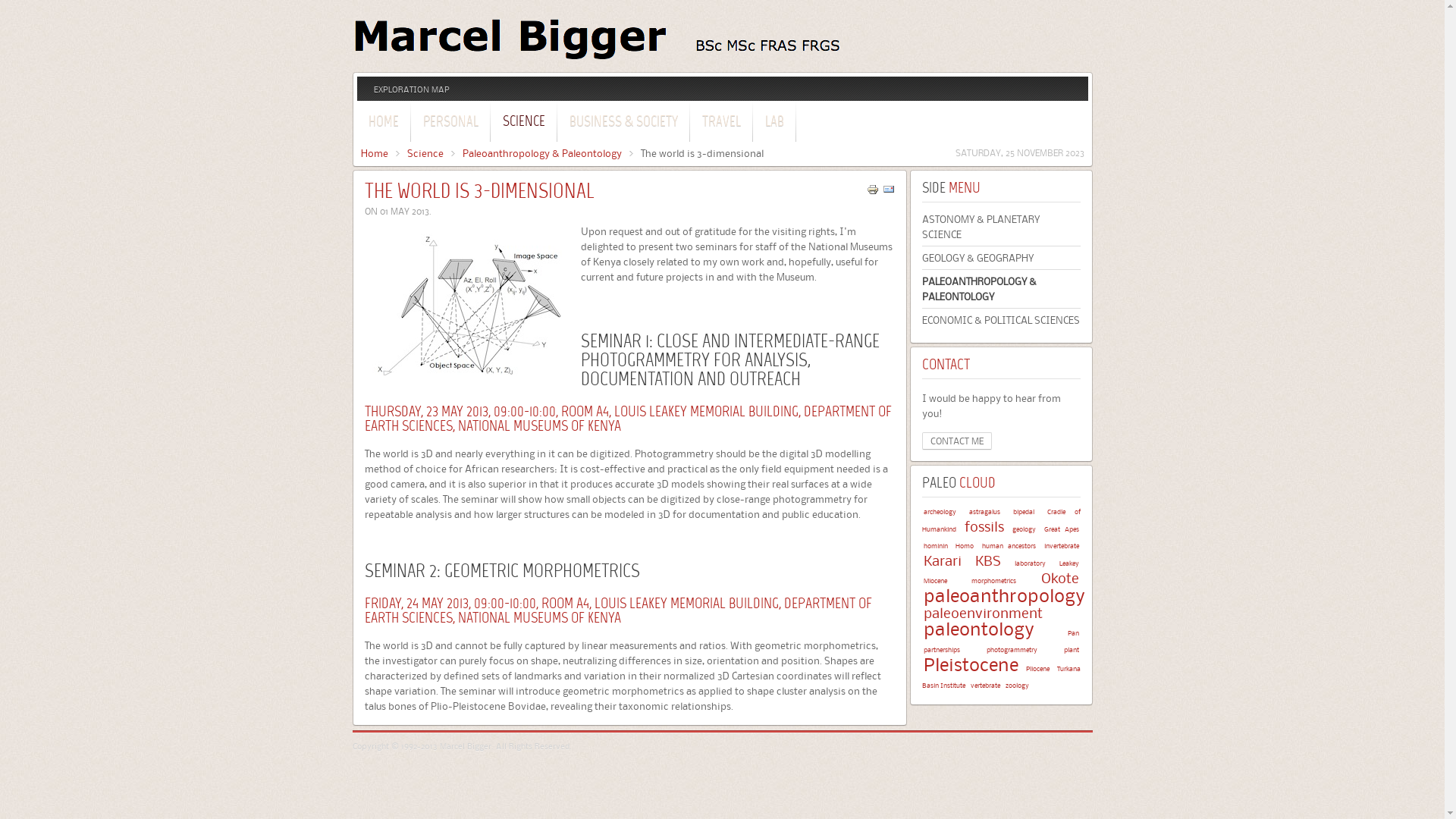 The height and width of the screenshot is (819, 1456). Describe the element at coordinates (406, 152) in the screenshot. I see `'Science'` at that location.